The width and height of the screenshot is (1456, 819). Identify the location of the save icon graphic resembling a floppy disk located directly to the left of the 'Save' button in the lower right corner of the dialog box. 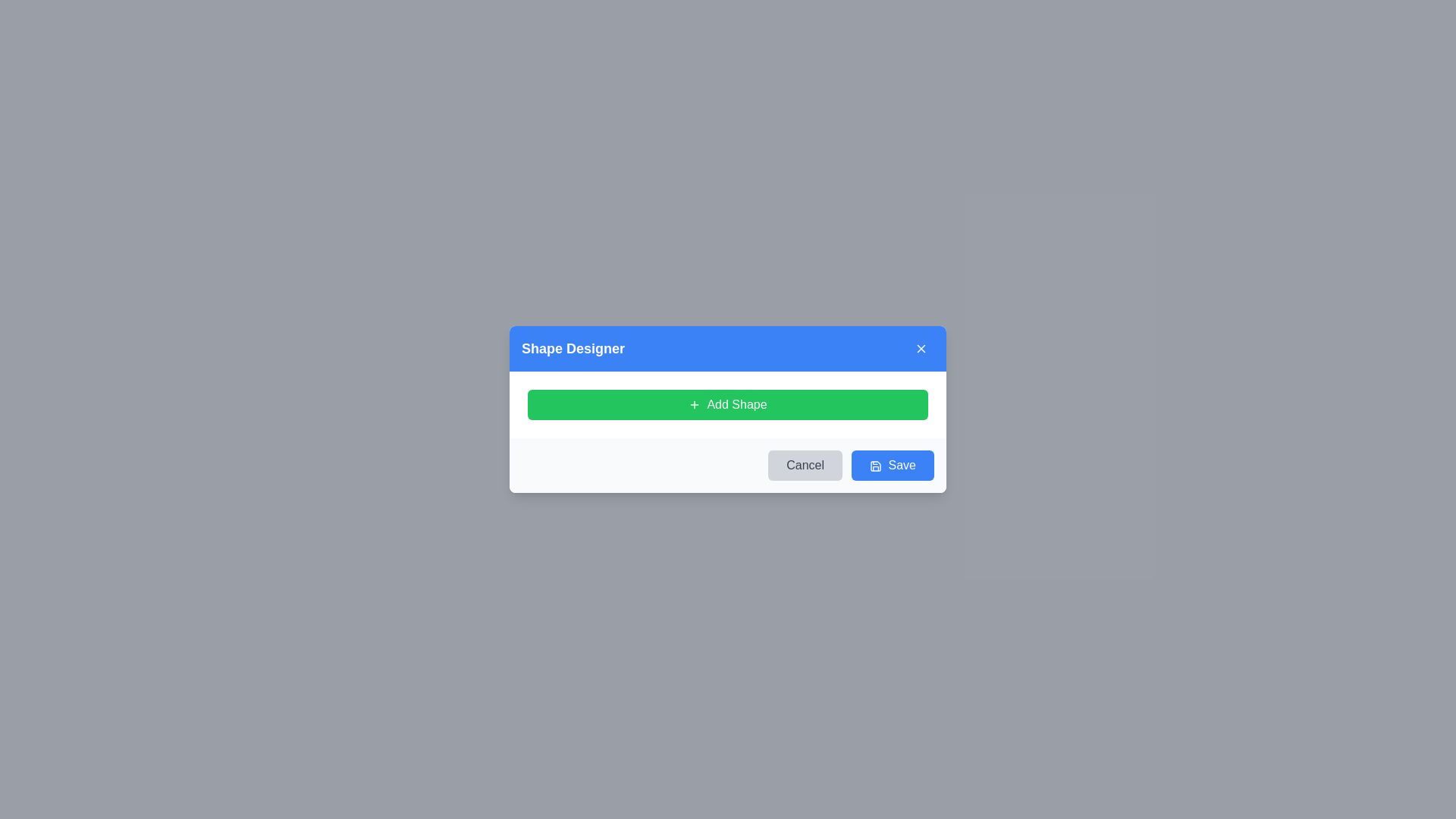
(876, 465).